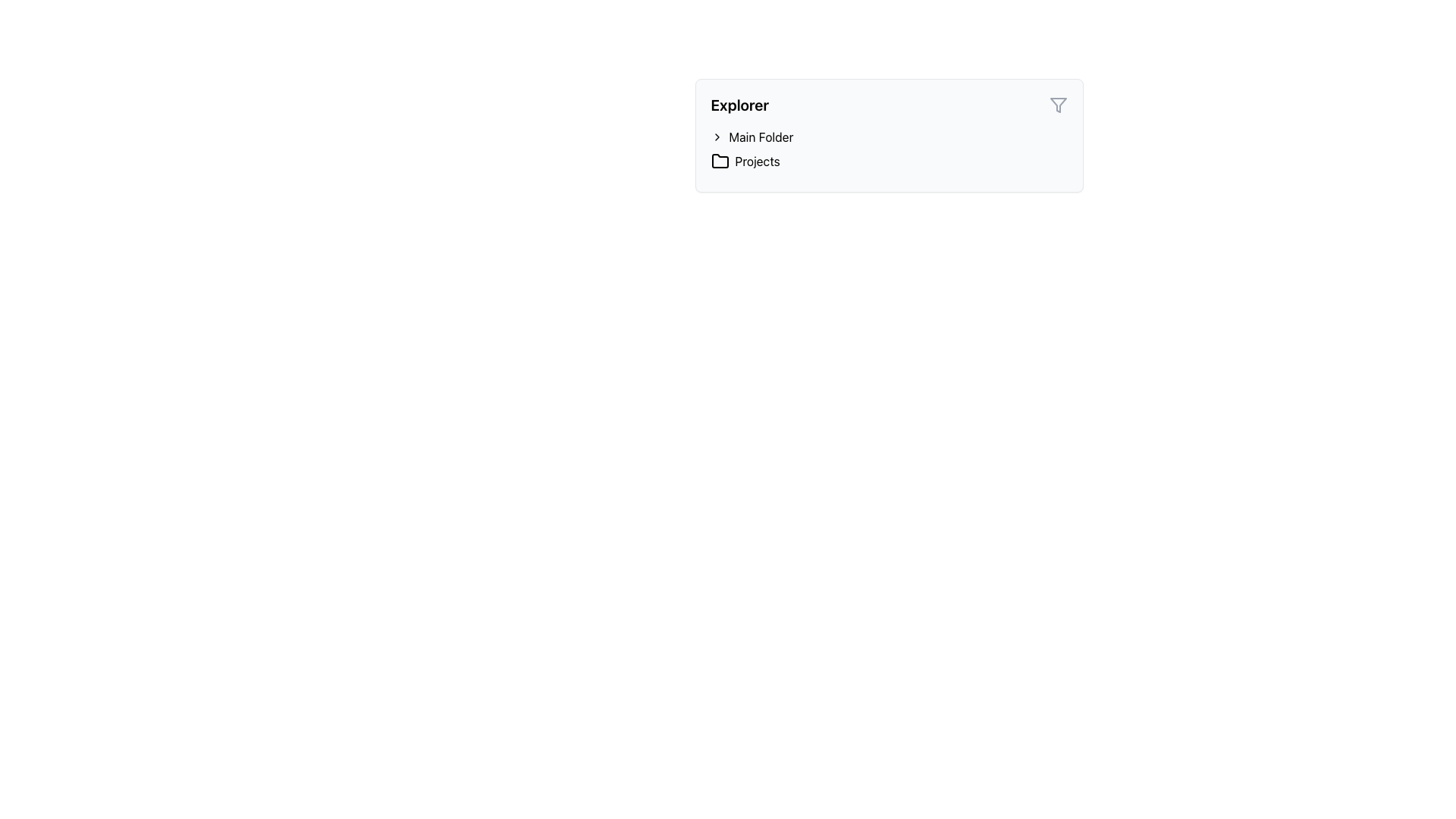  Describe the element at coordinates (757, 161) in the screenshot. I see `the 'Projects' text label located in the top-right section of the explorer panel` at that location.